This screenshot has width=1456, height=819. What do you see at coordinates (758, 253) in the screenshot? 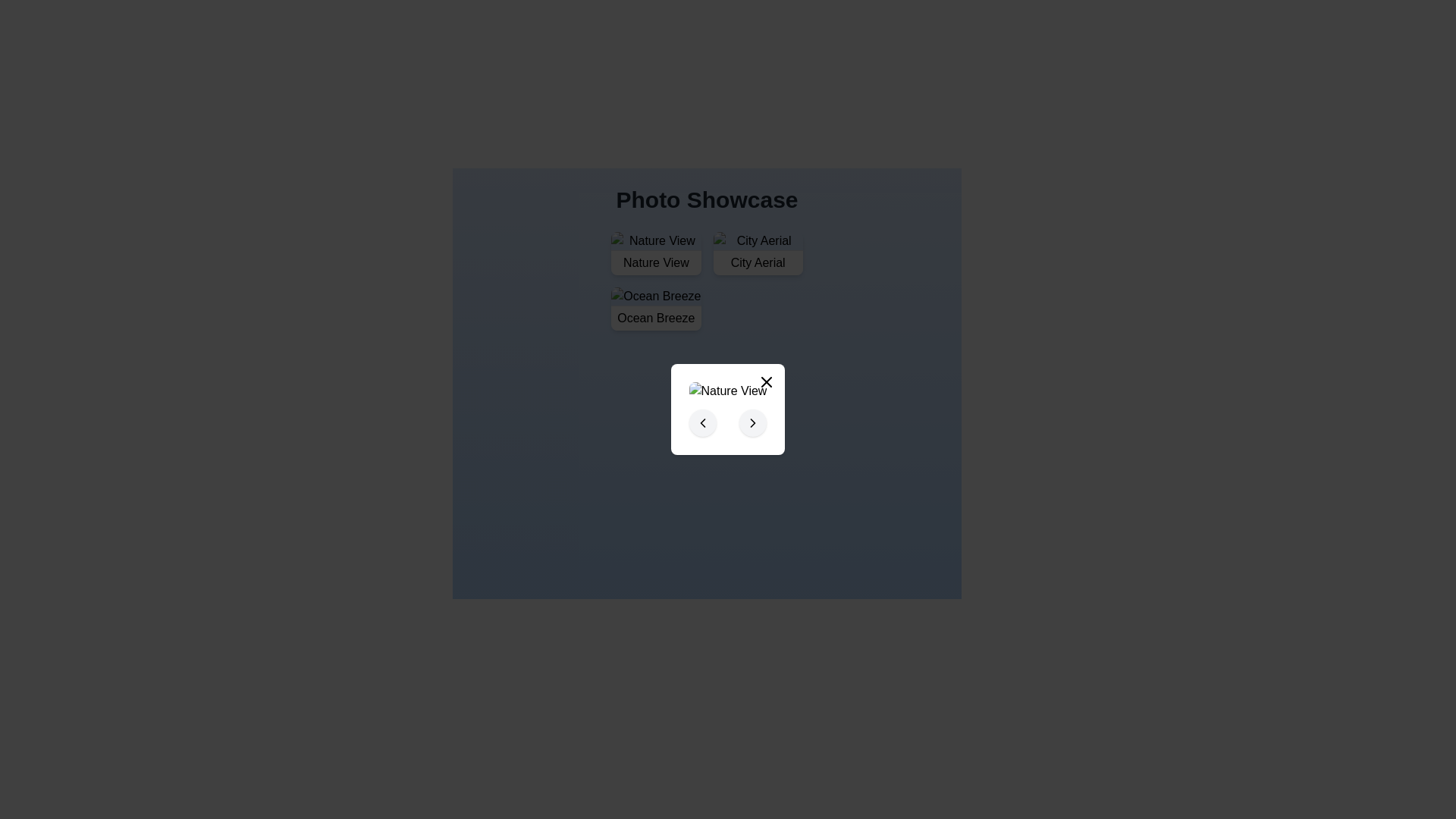
I see `the second interactive card in the grid layout, which is themed 'City Aerial', to trigger hover effects` at bounding box center [758, 253].